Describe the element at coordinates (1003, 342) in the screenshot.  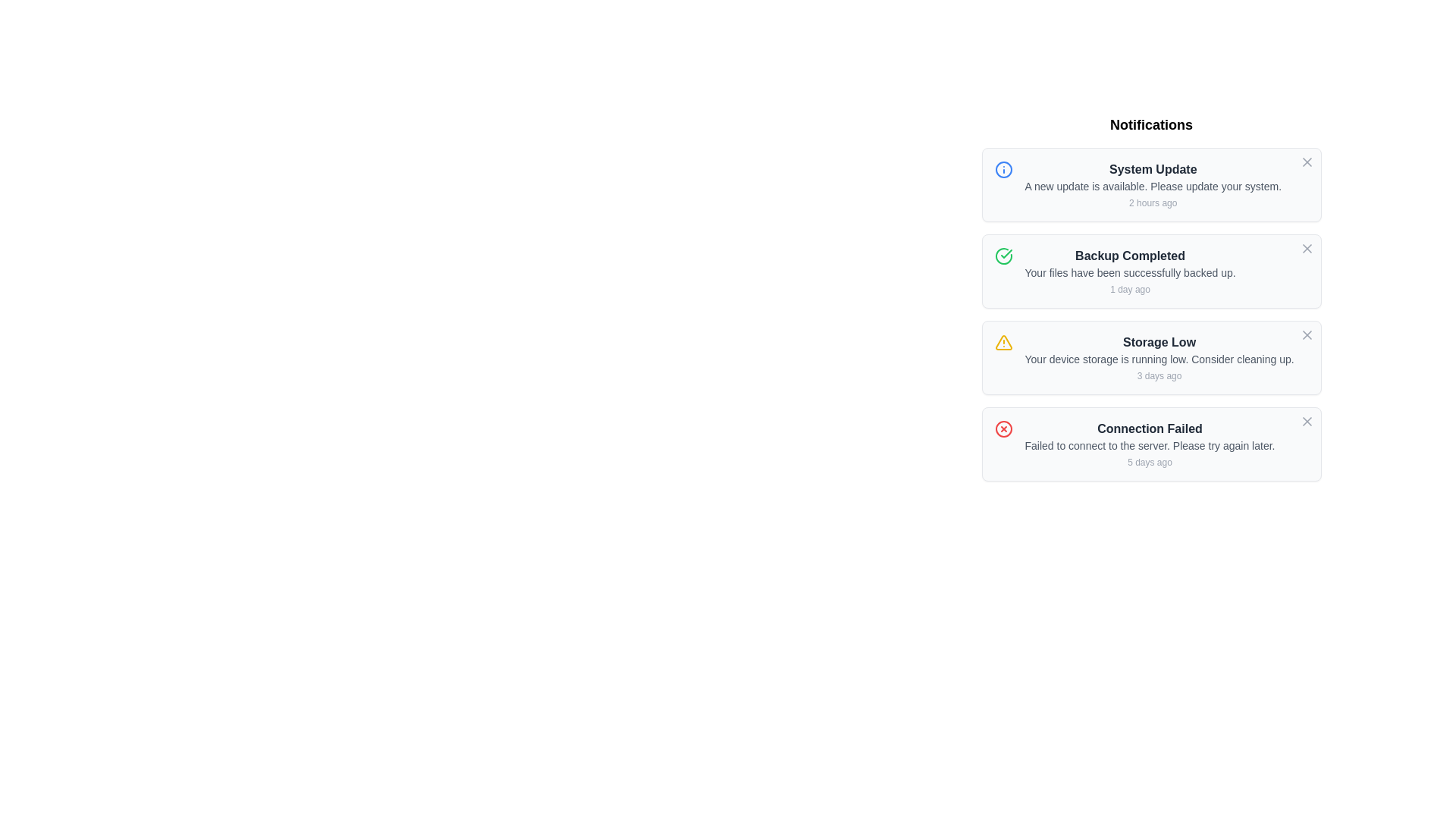
I see `the details regarding the warning status by interacting with the visual warning indicator icon in the 'Storage Low' notification item, which is located in the third row of the notifications list` at that location.